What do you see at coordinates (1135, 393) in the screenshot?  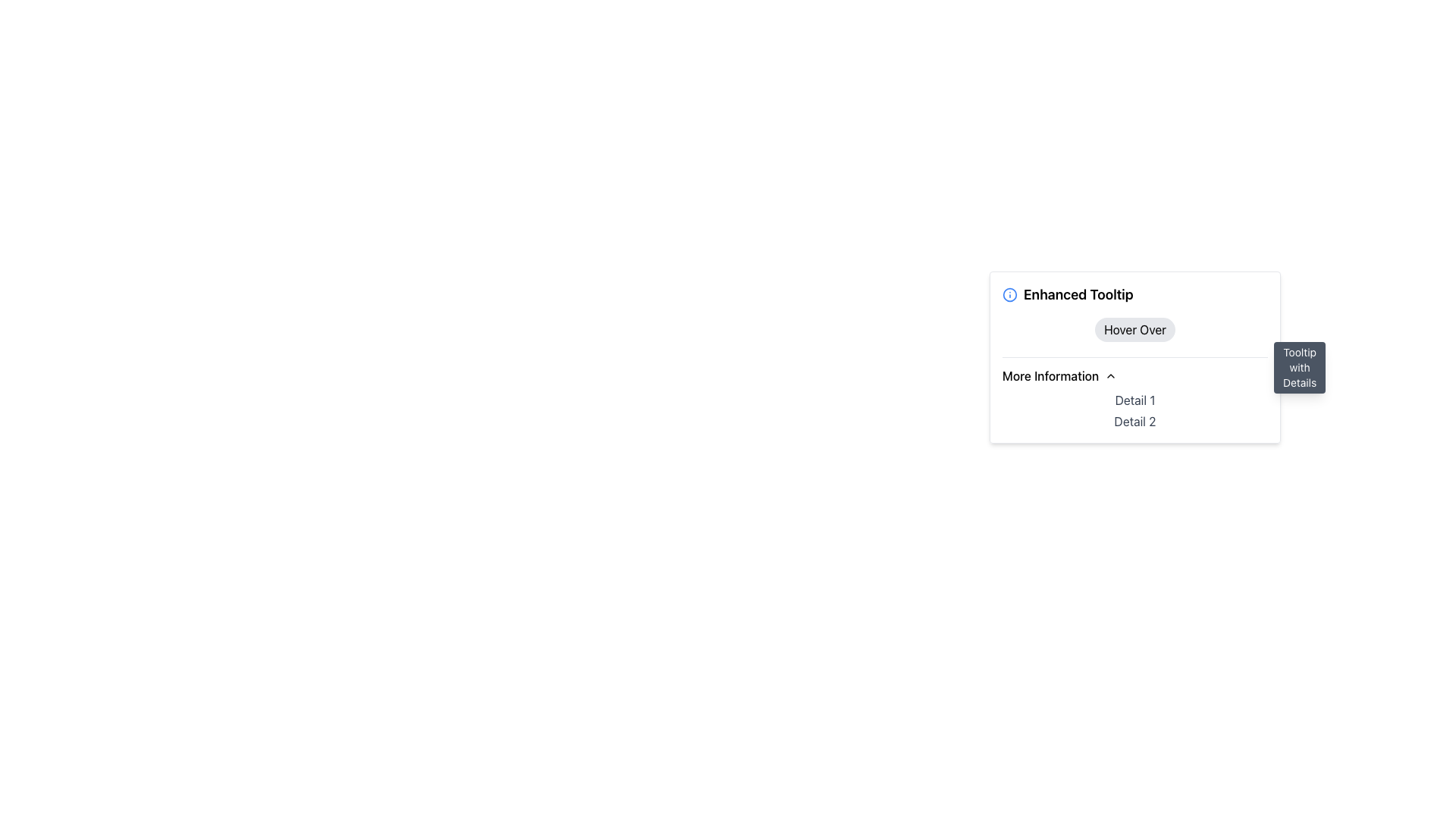 I see `the chevron icon in the 'More Information' section` at bounding box center [1135, 393].